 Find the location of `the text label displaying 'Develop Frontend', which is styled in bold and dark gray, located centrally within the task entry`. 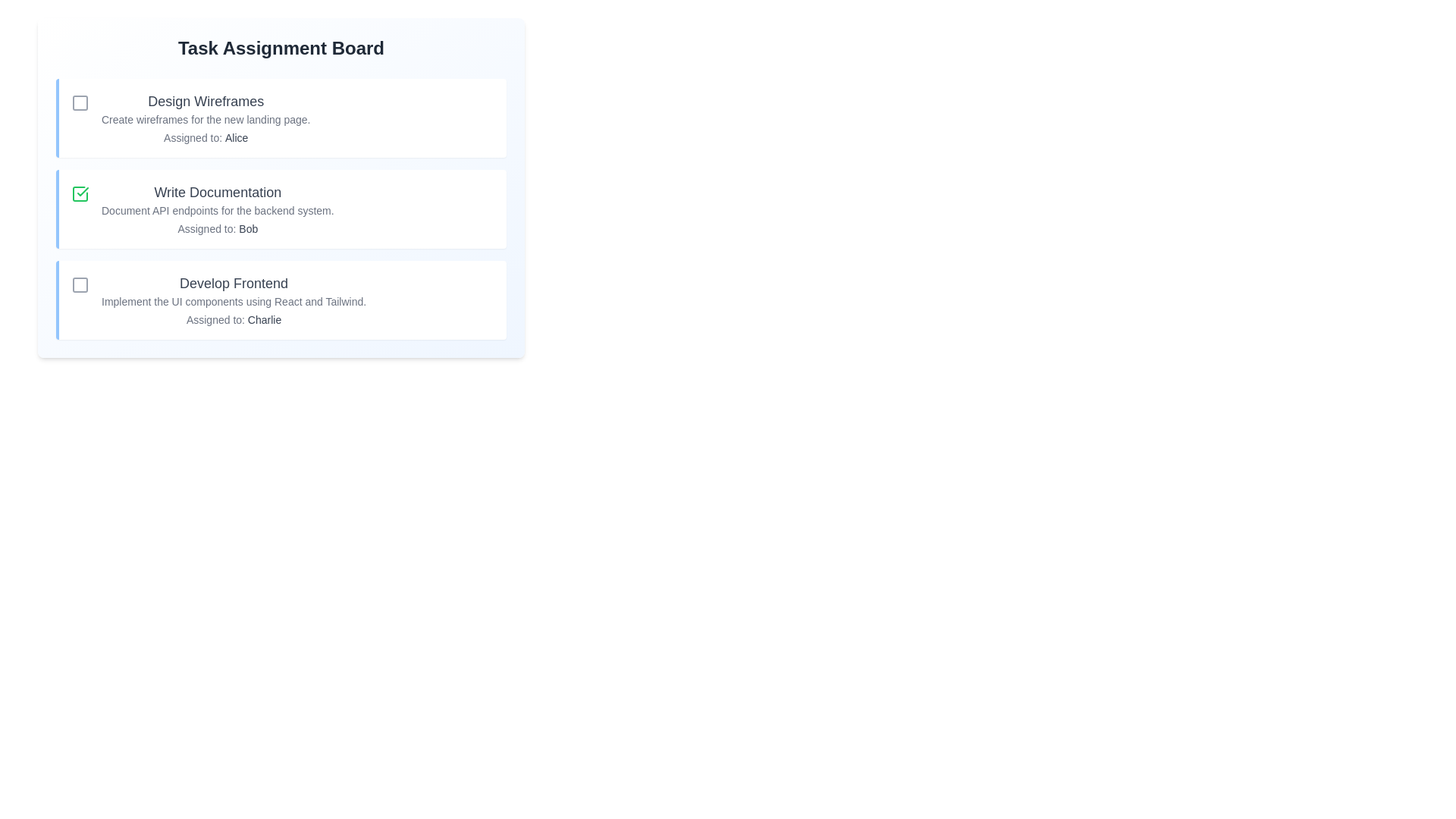

the text label displaying 'Develop Frontend', which is styled in bold and dark gray, located centrally within the task entry is located at coordinates (233, 284).